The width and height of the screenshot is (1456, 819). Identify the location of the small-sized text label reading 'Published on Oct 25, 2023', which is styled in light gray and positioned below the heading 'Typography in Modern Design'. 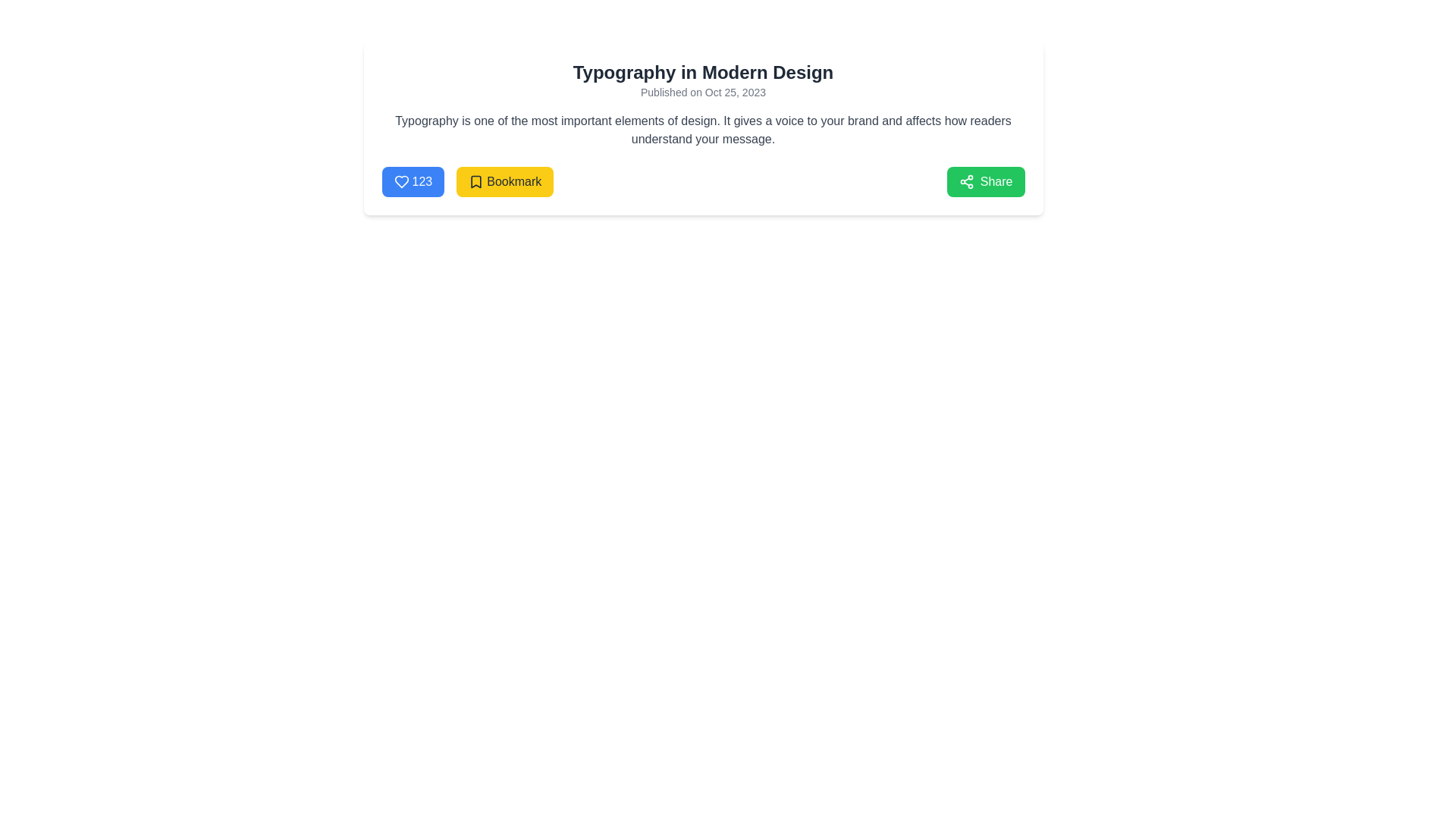
(702, 93).